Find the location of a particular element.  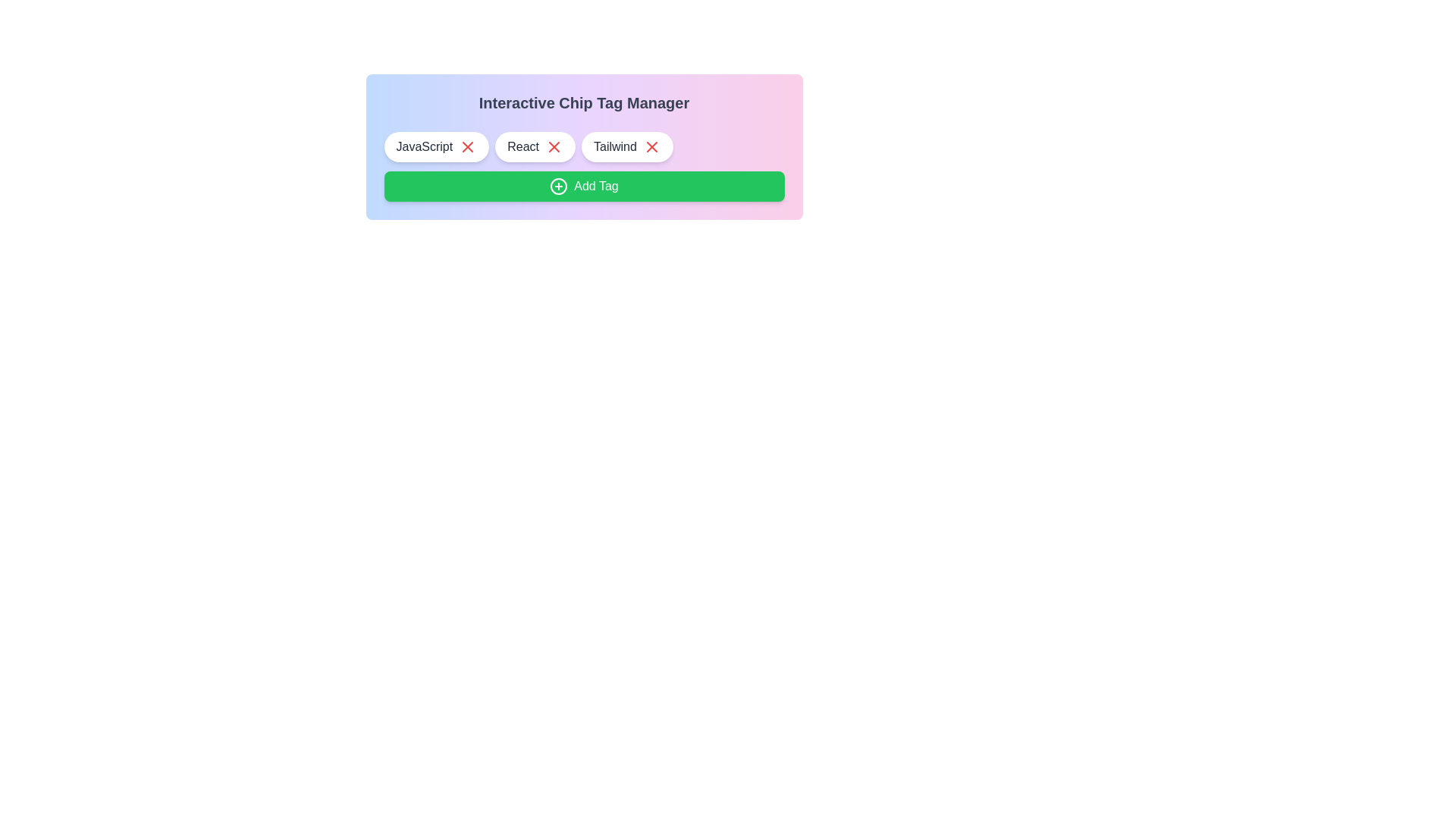

the 'Add Tag' button to add a new tag is located at coordinates (583, 186).